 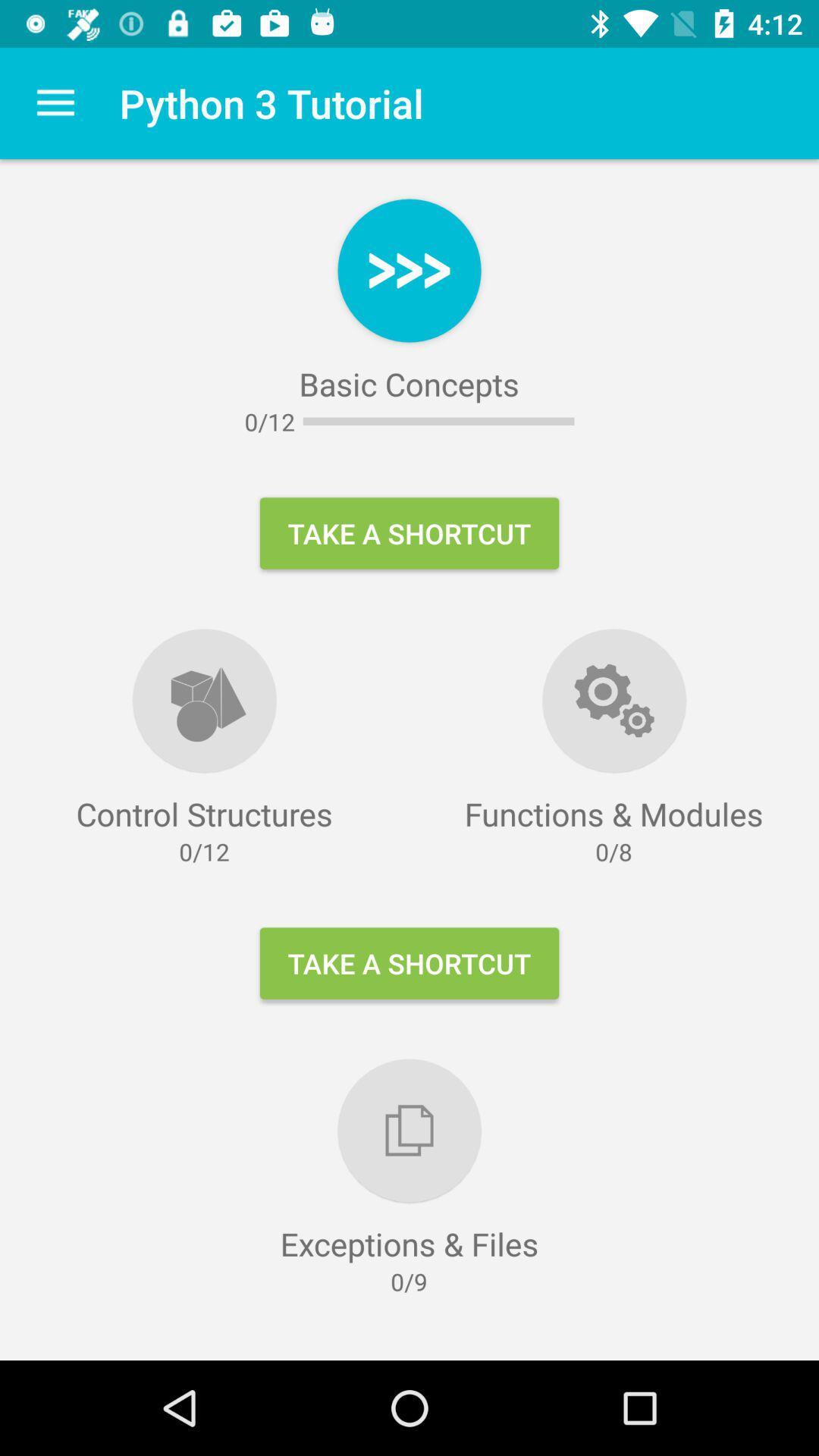 I want to click on item next to python 3 tutorial, so click(x=55, y=102).